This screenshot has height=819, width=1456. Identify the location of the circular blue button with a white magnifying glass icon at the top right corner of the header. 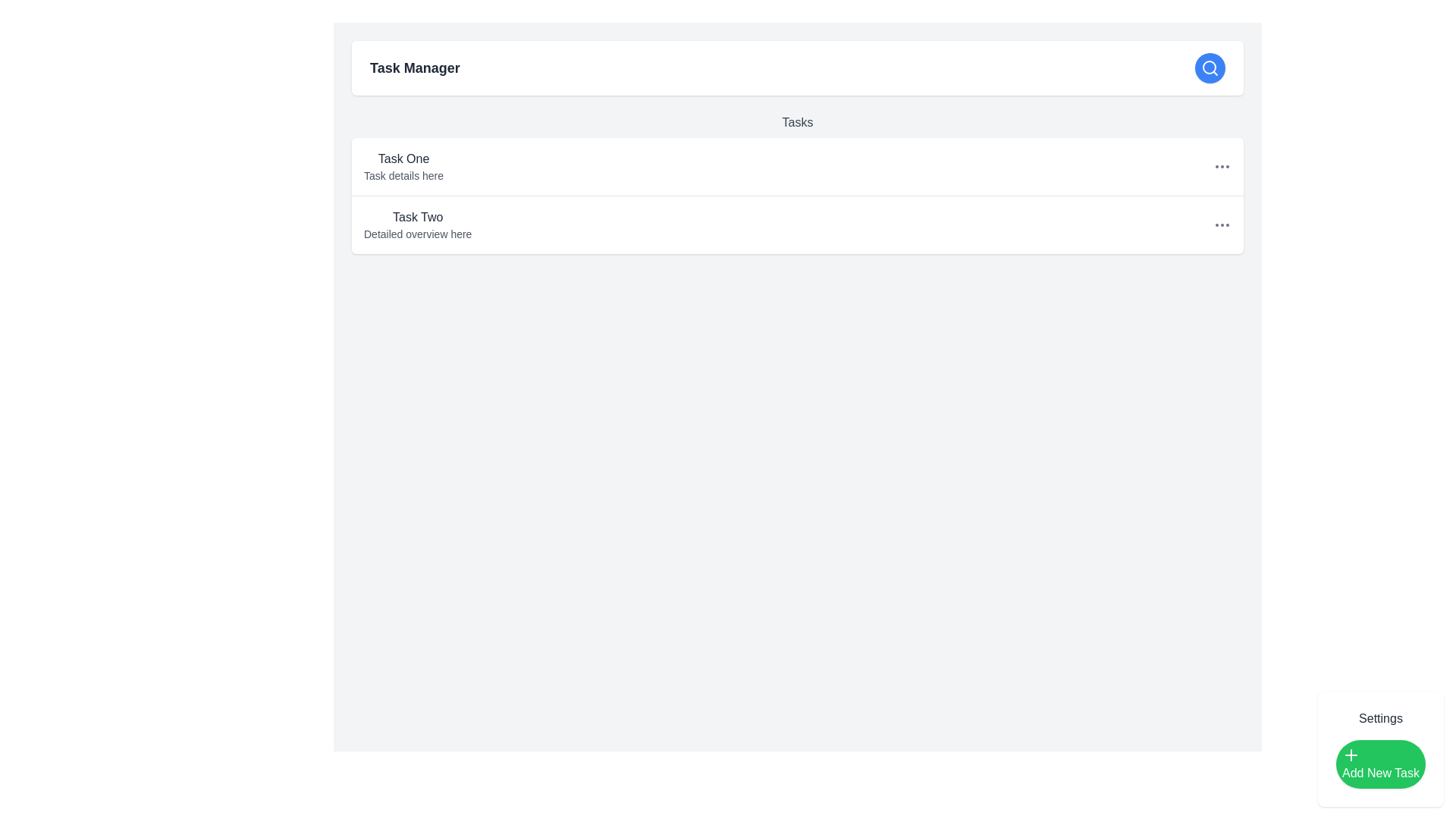
(1210, 67).